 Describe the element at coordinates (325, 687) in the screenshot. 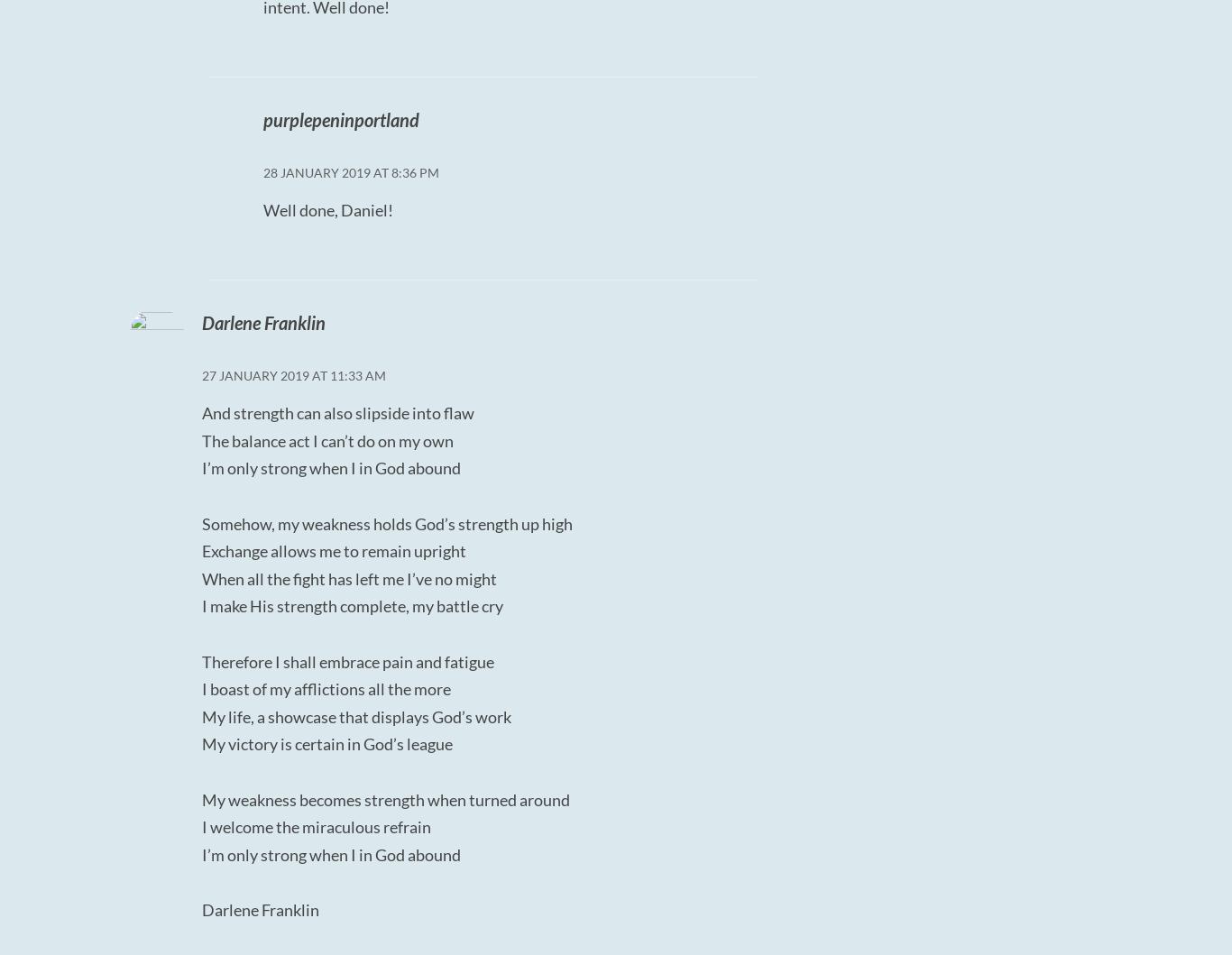

I see `'I boast of my afflictions all the more'` at that location.